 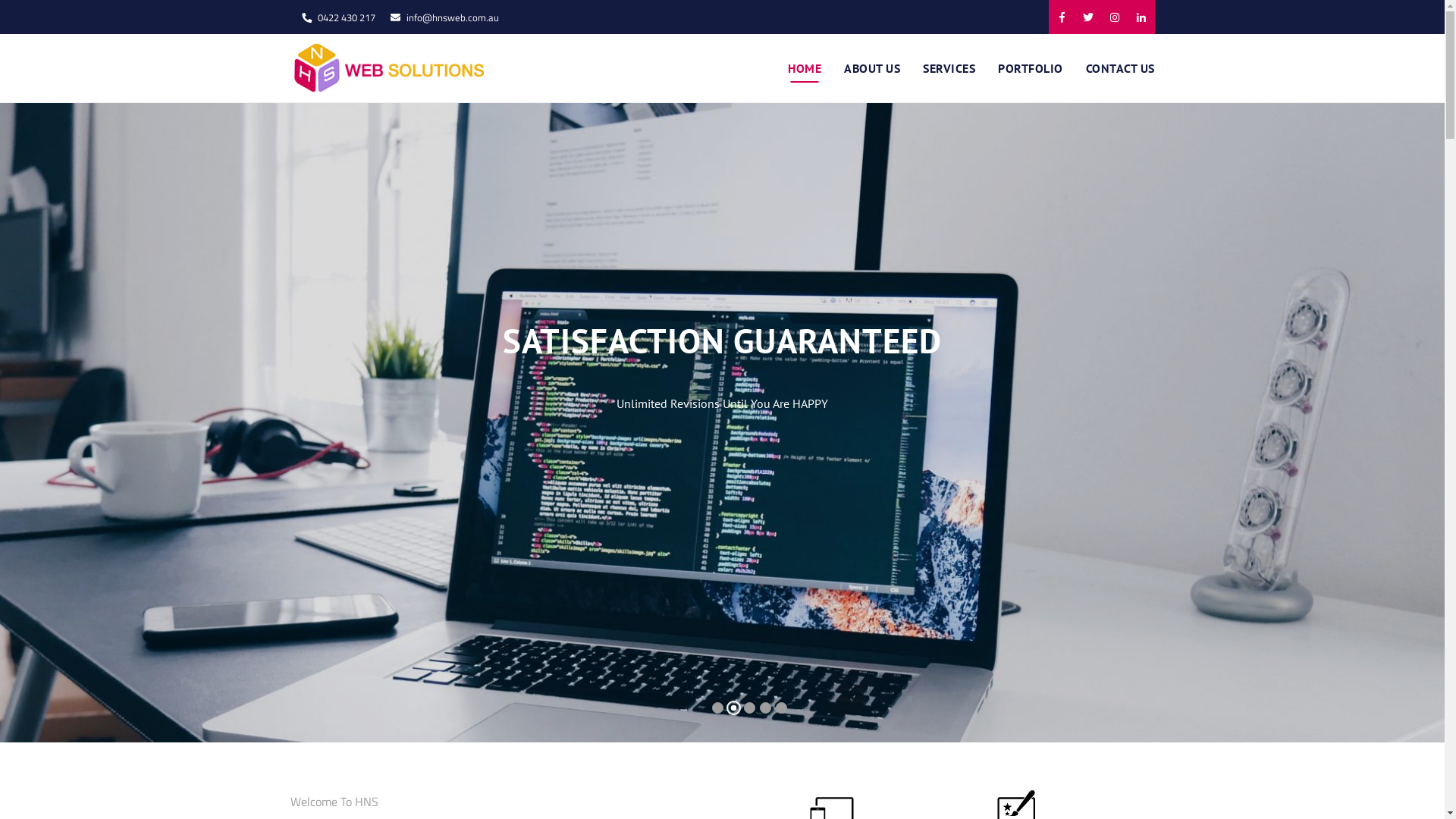 I want to click on 'ABOUT US', so click(x=872, y=67).